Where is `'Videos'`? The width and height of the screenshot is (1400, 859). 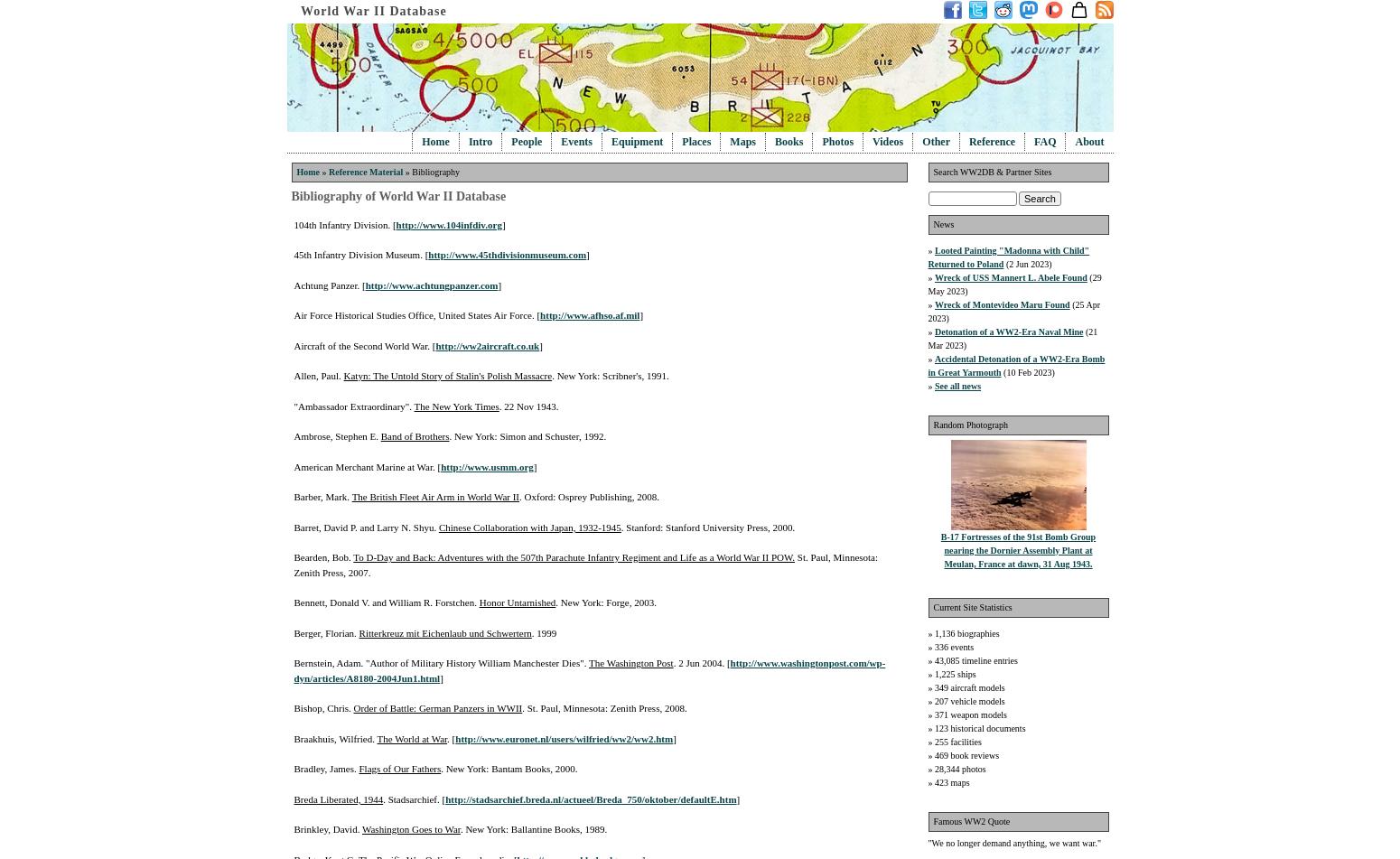
'Videos' is located at coordinates (887, 142).